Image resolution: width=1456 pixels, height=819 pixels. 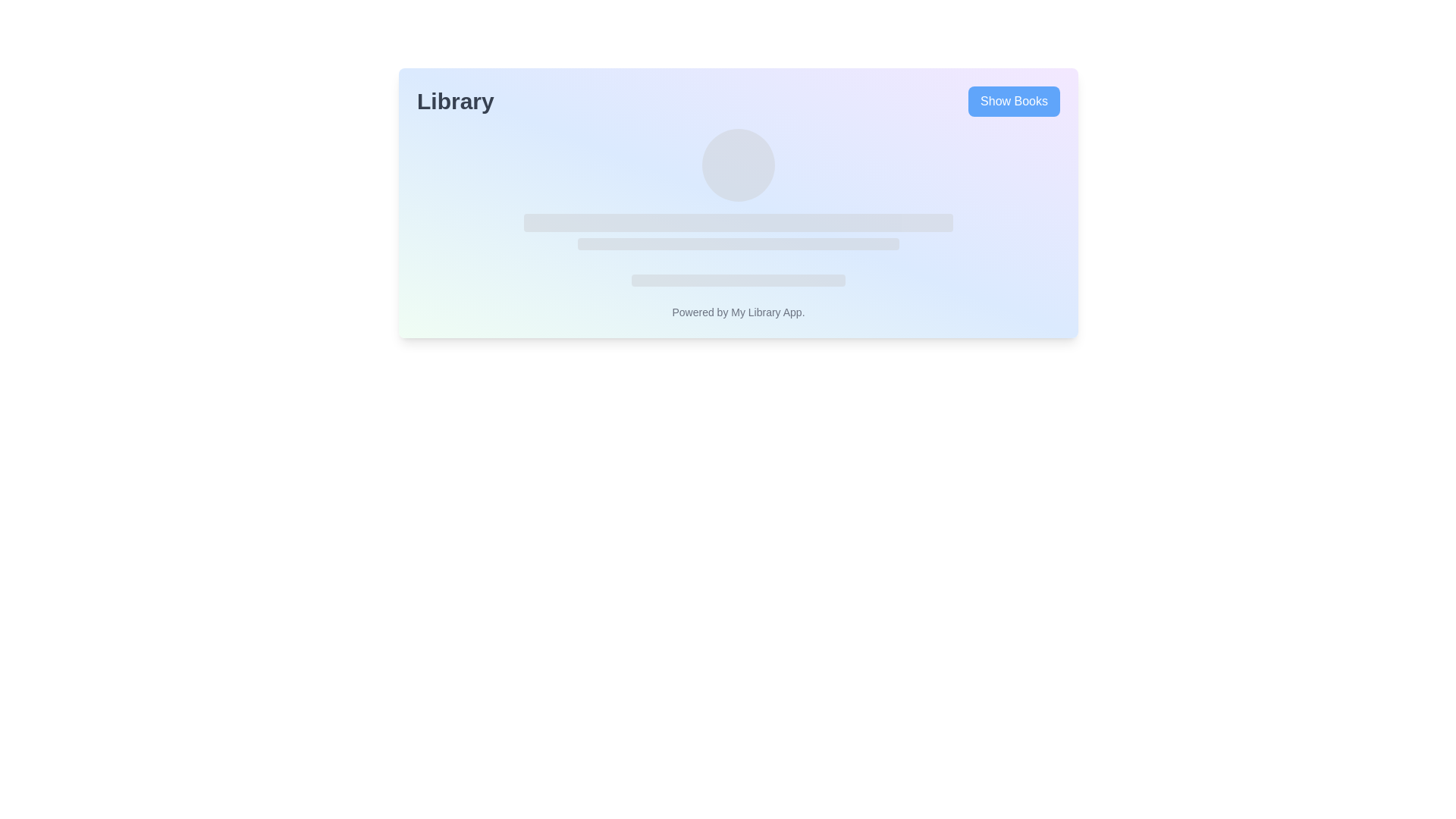 I want to click on the Circular decorative element, which is a smooth light gray circle located centrally above bar-like shapes in the interface, so click(x=739, y=165).